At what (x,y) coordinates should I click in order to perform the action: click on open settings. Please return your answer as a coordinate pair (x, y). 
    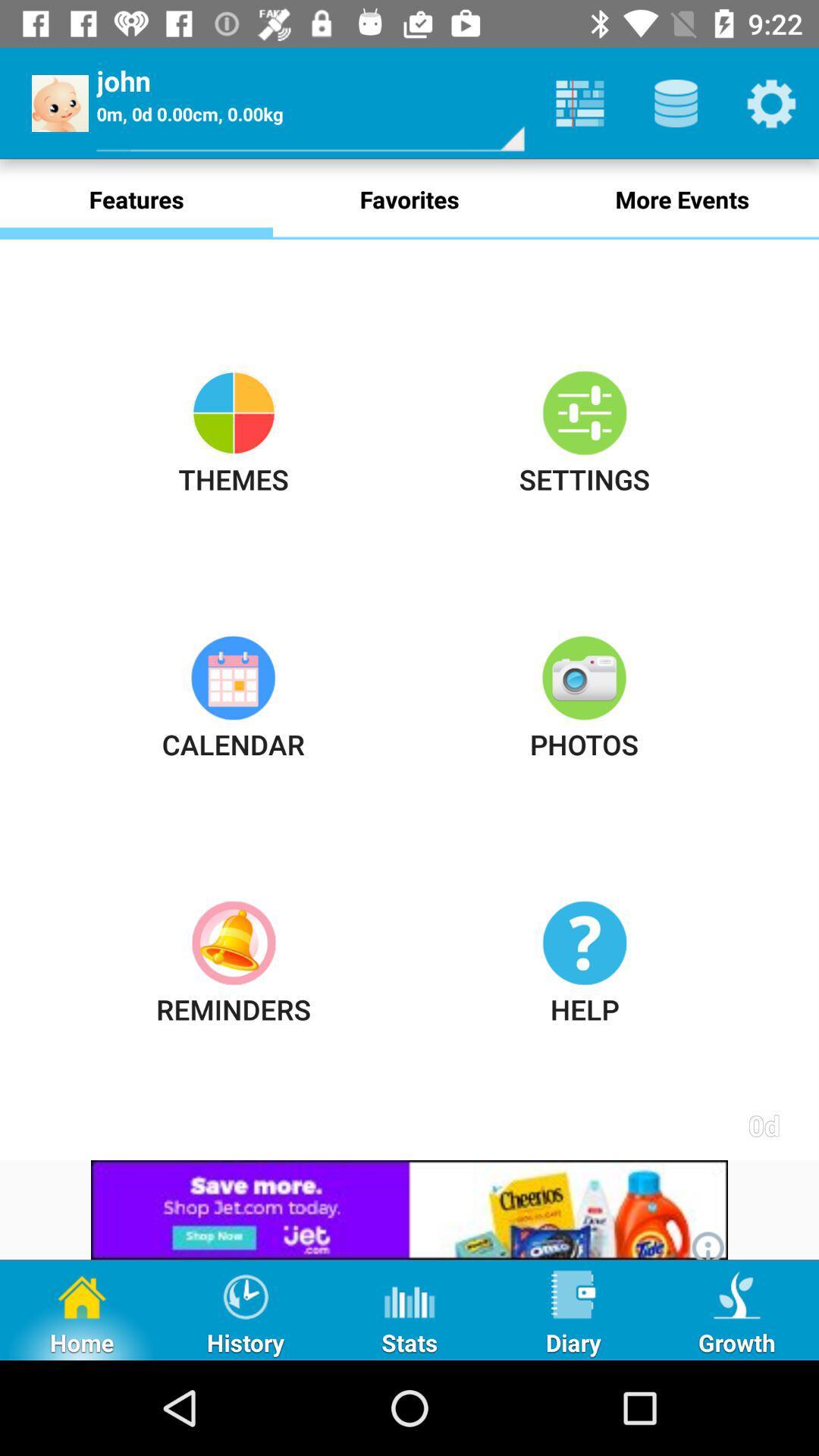
    Looking at the image, I should click on (771, 102).